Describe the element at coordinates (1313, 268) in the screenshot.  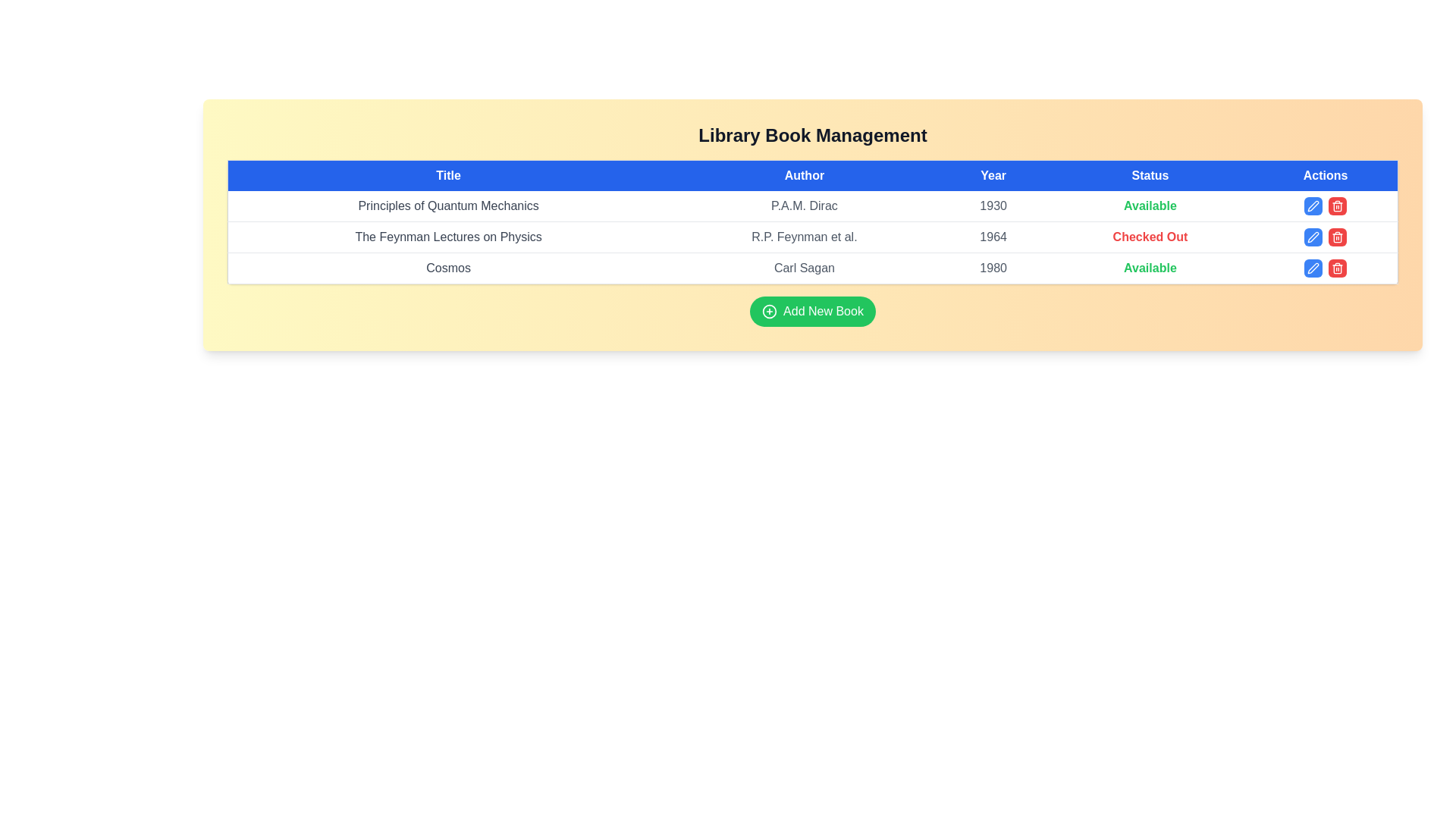
I see `edit button for the book titled 'Cosmos'` at that location.